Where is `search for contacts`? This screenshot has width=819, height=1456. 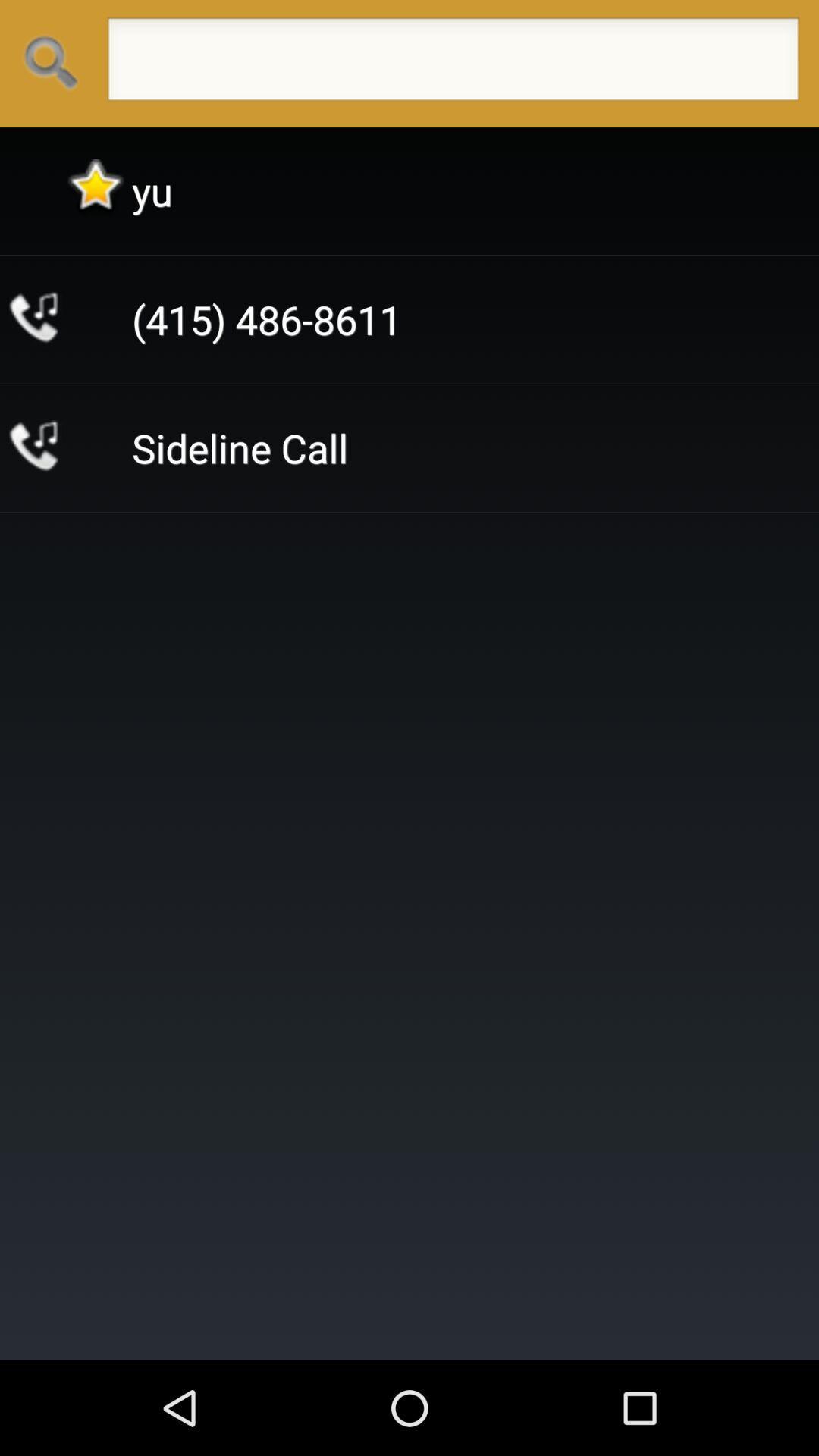
search for contacts is located at coordinates (452, 63).